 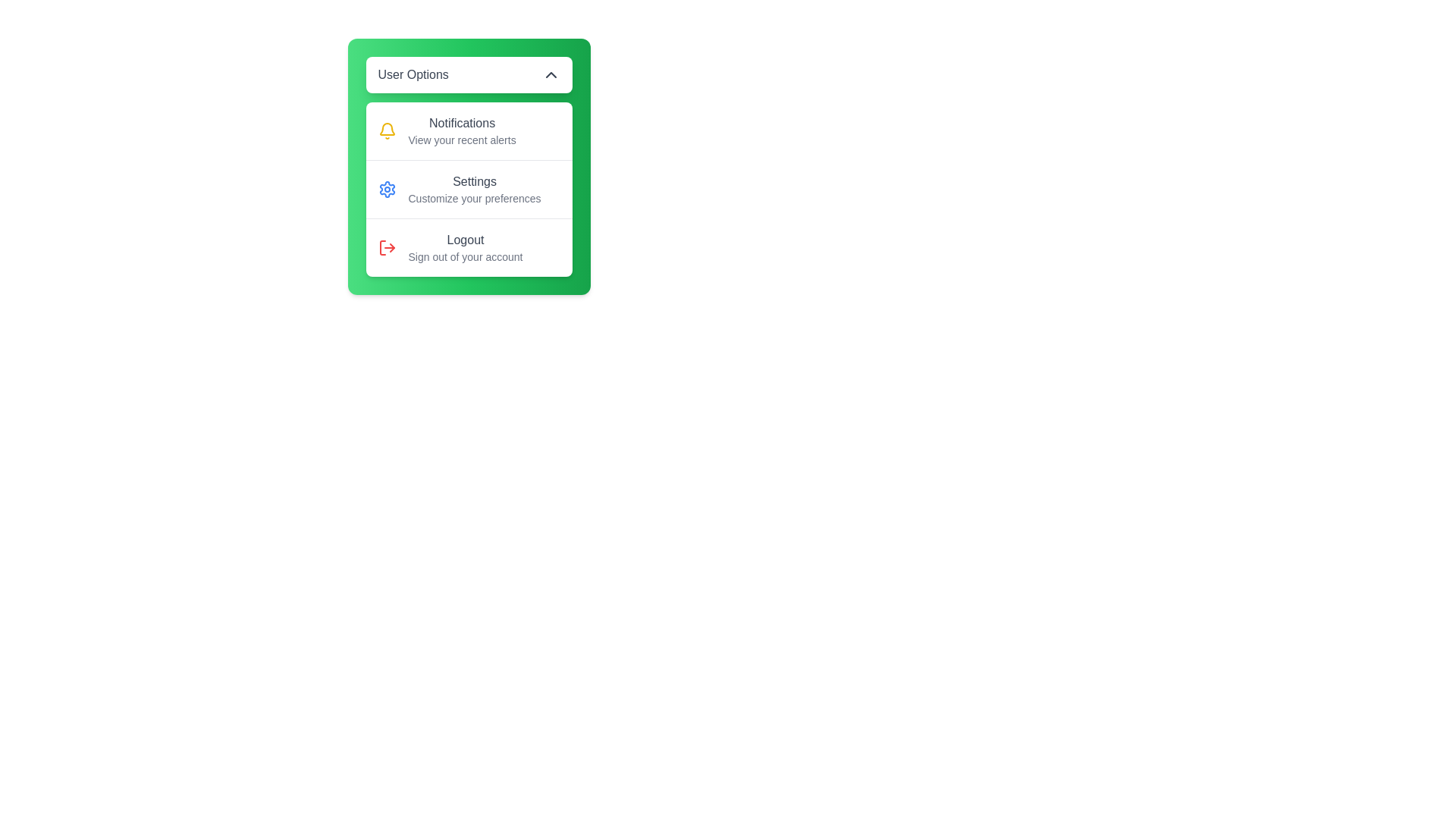 I want to click on the settings icon located to the left within the 'Settings' option in the 'User Options' dropdown menu, so click(x=387, y=189).